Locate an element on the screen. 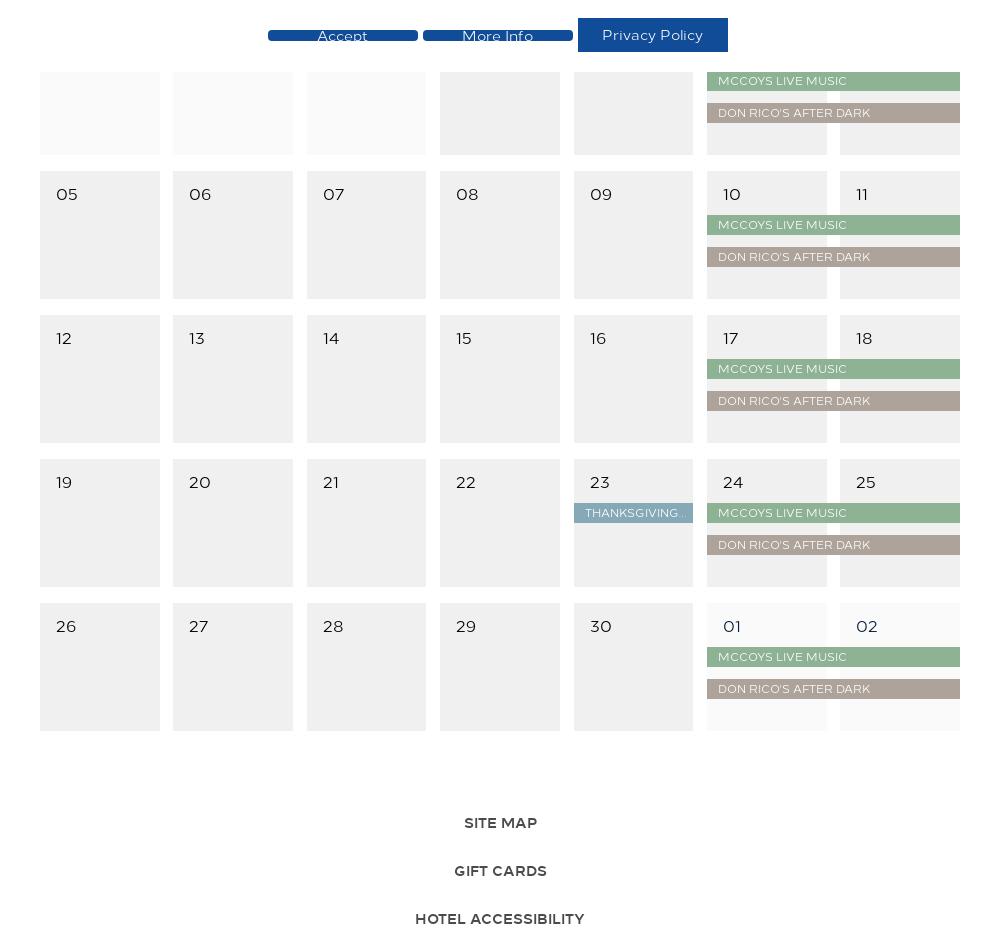 The image size is (1000, 928). '25' is located at coordinates (855, 479).